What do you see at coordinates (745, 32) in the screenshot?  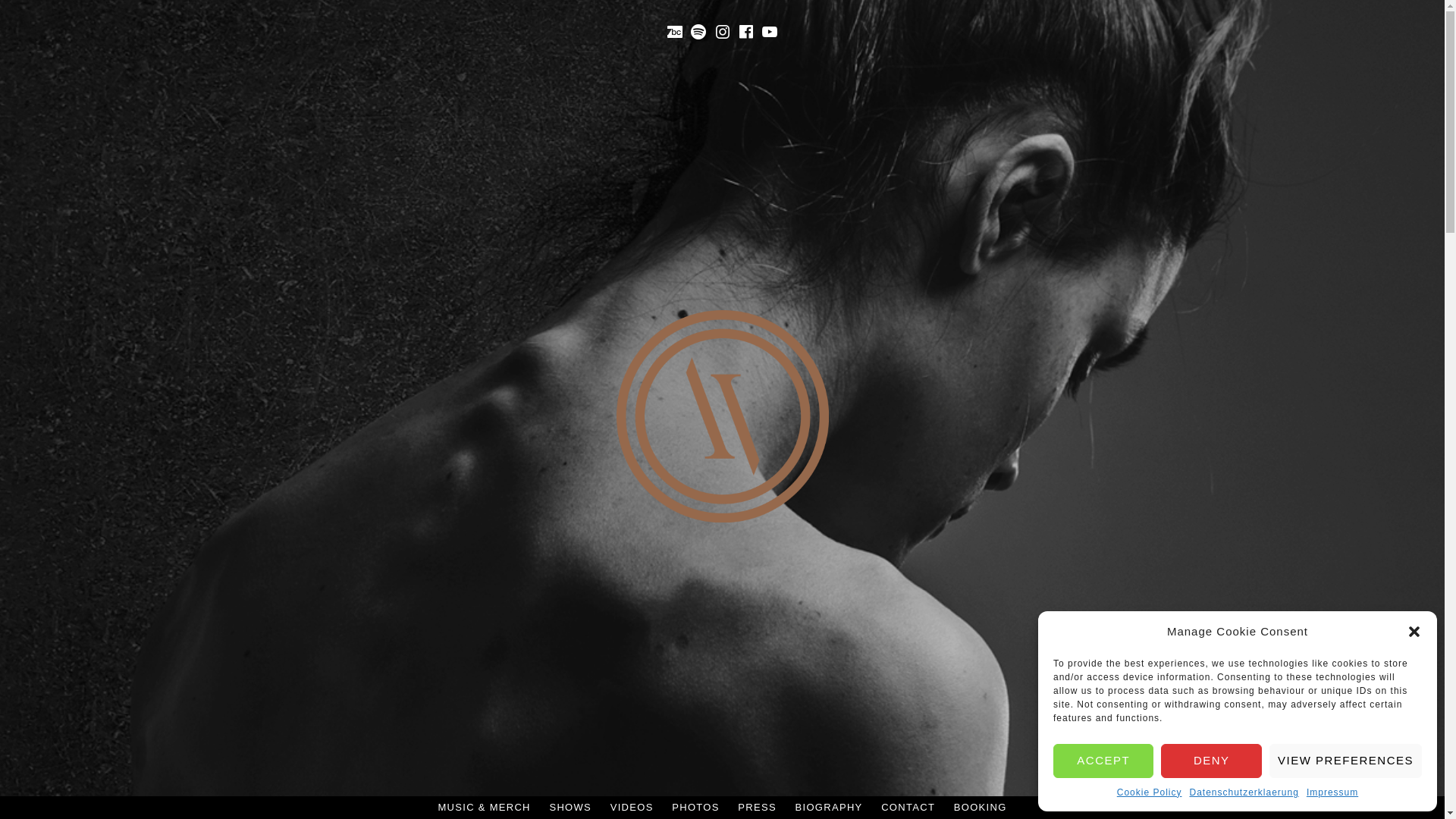 I see `'Facebook'` at bounding box center [745, 32].